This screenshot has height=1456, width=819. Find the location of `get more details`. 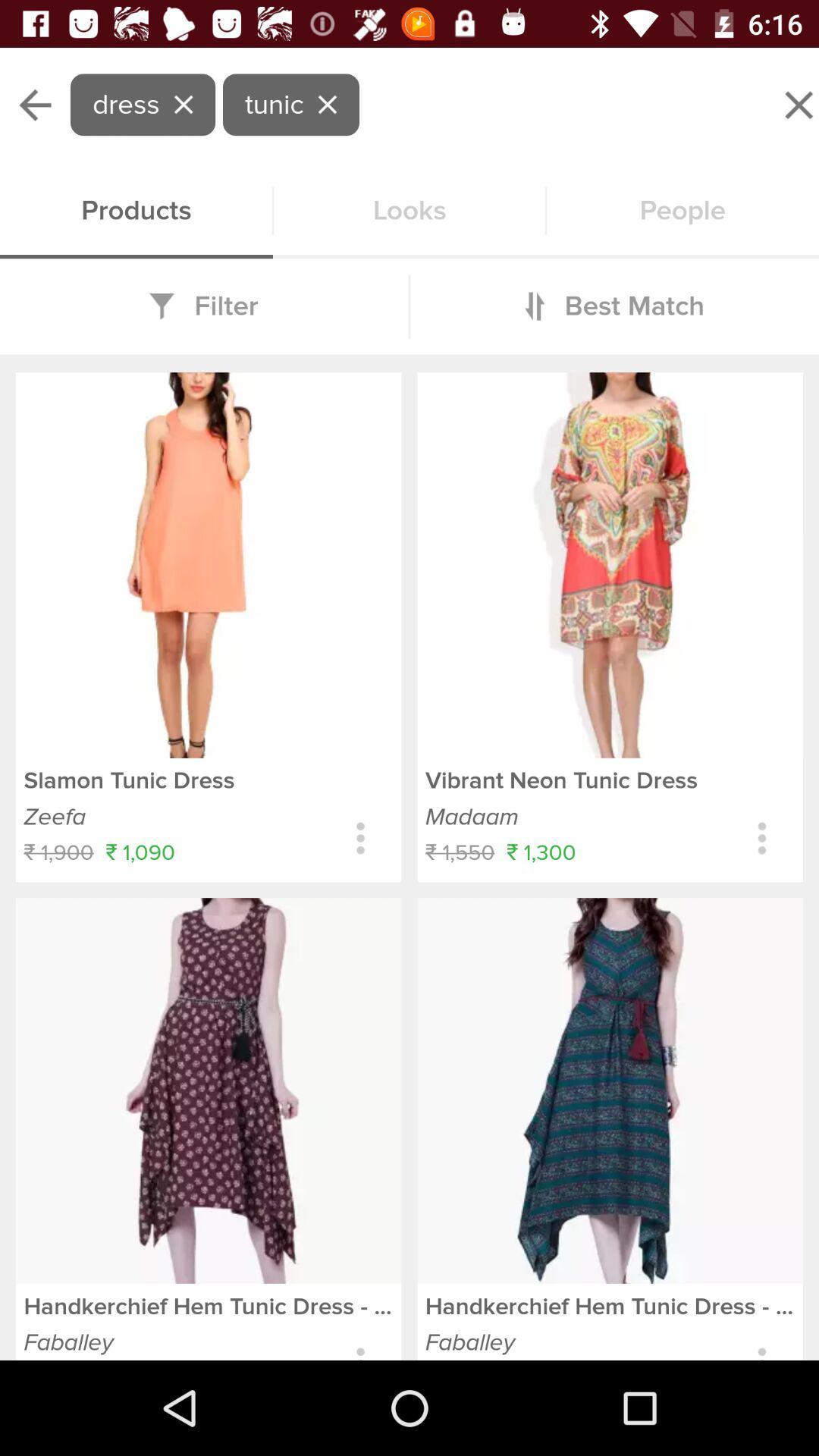

get more details is located at coordinates (762, 837).